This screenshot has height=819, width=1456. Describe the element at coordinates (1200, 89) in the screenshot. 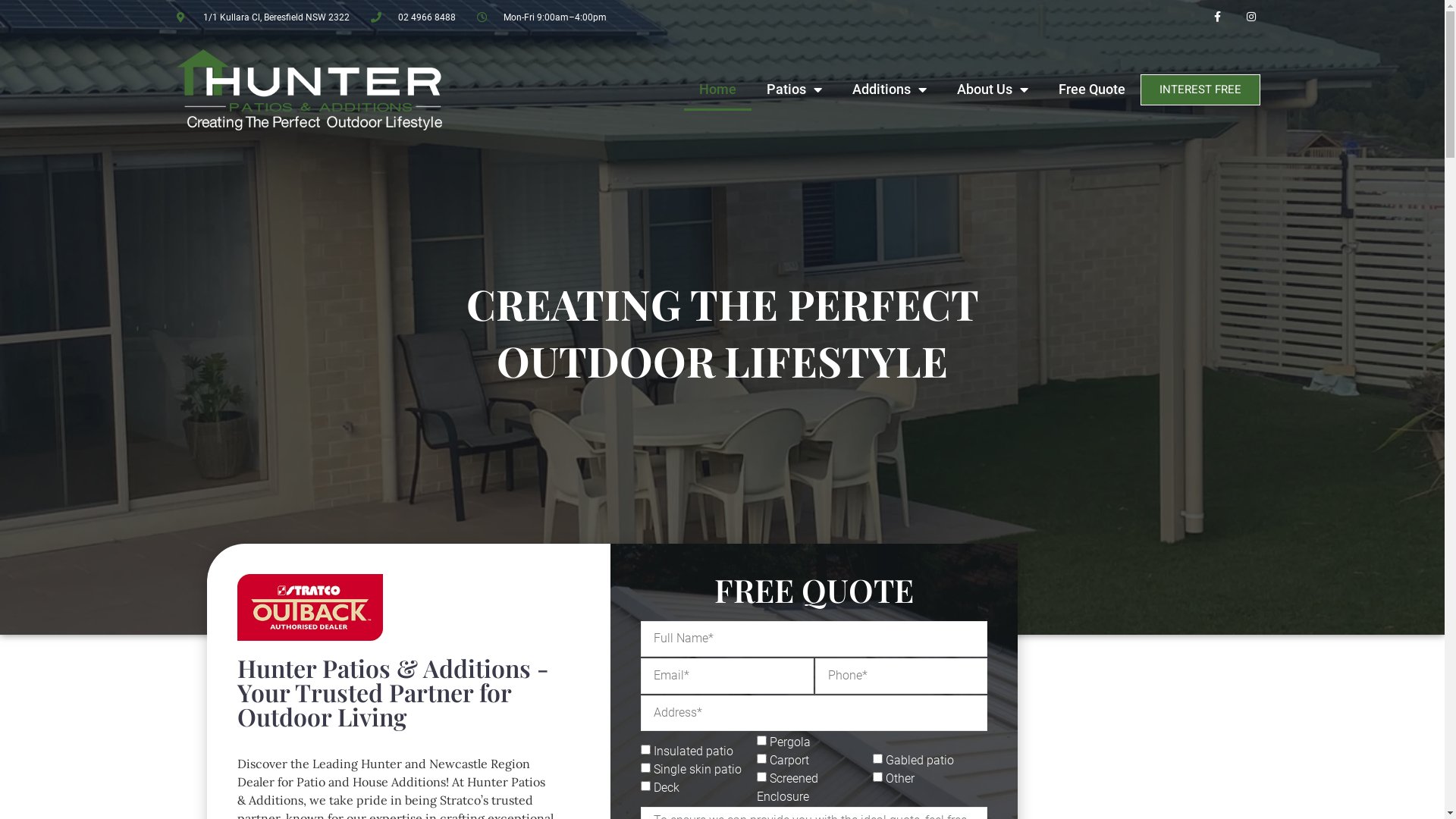

I see `'INTEREST FREE'` at that location.